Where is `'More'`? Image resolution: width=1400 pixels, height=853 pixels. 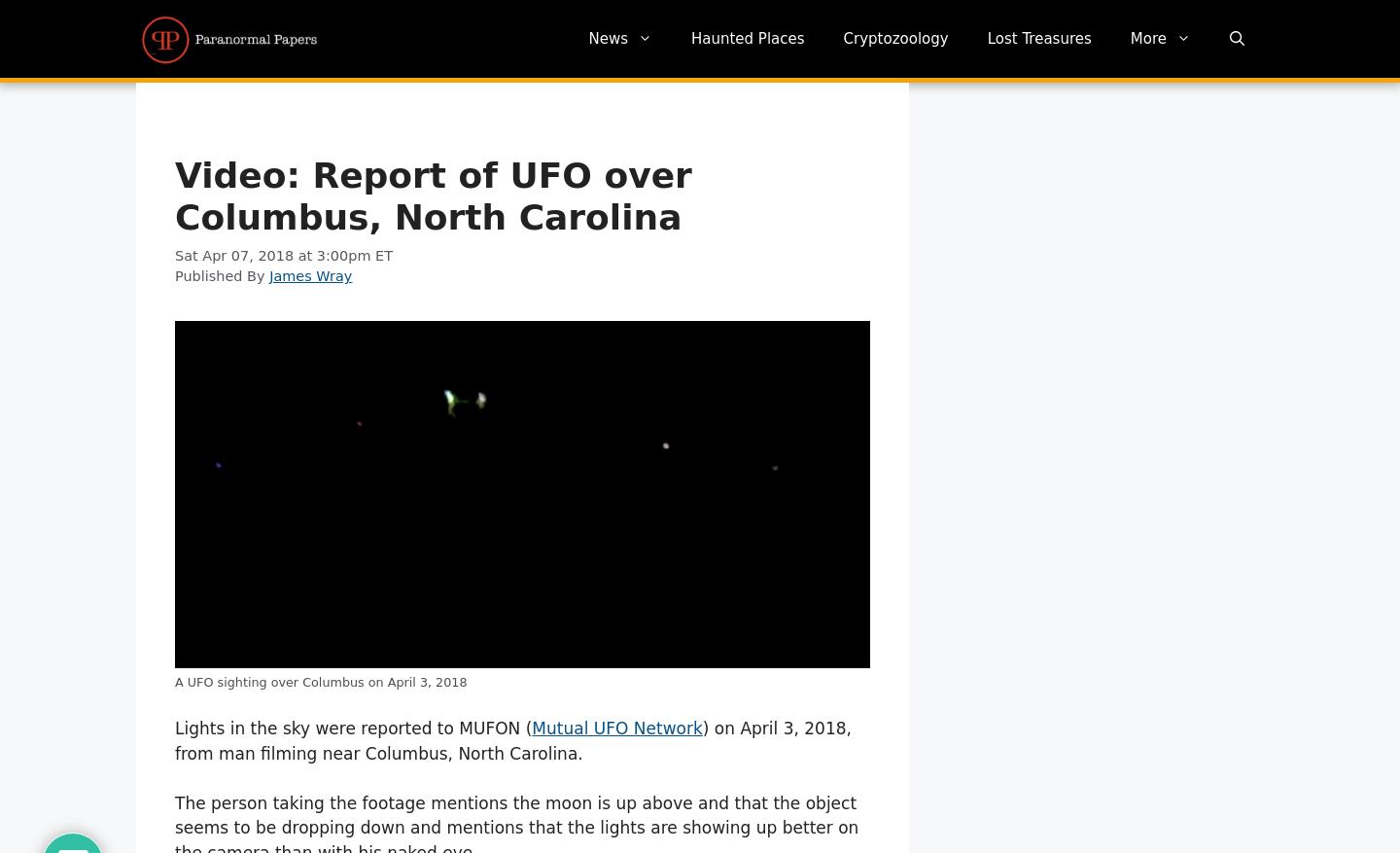
'More' is located at coordinates (1147, 37).